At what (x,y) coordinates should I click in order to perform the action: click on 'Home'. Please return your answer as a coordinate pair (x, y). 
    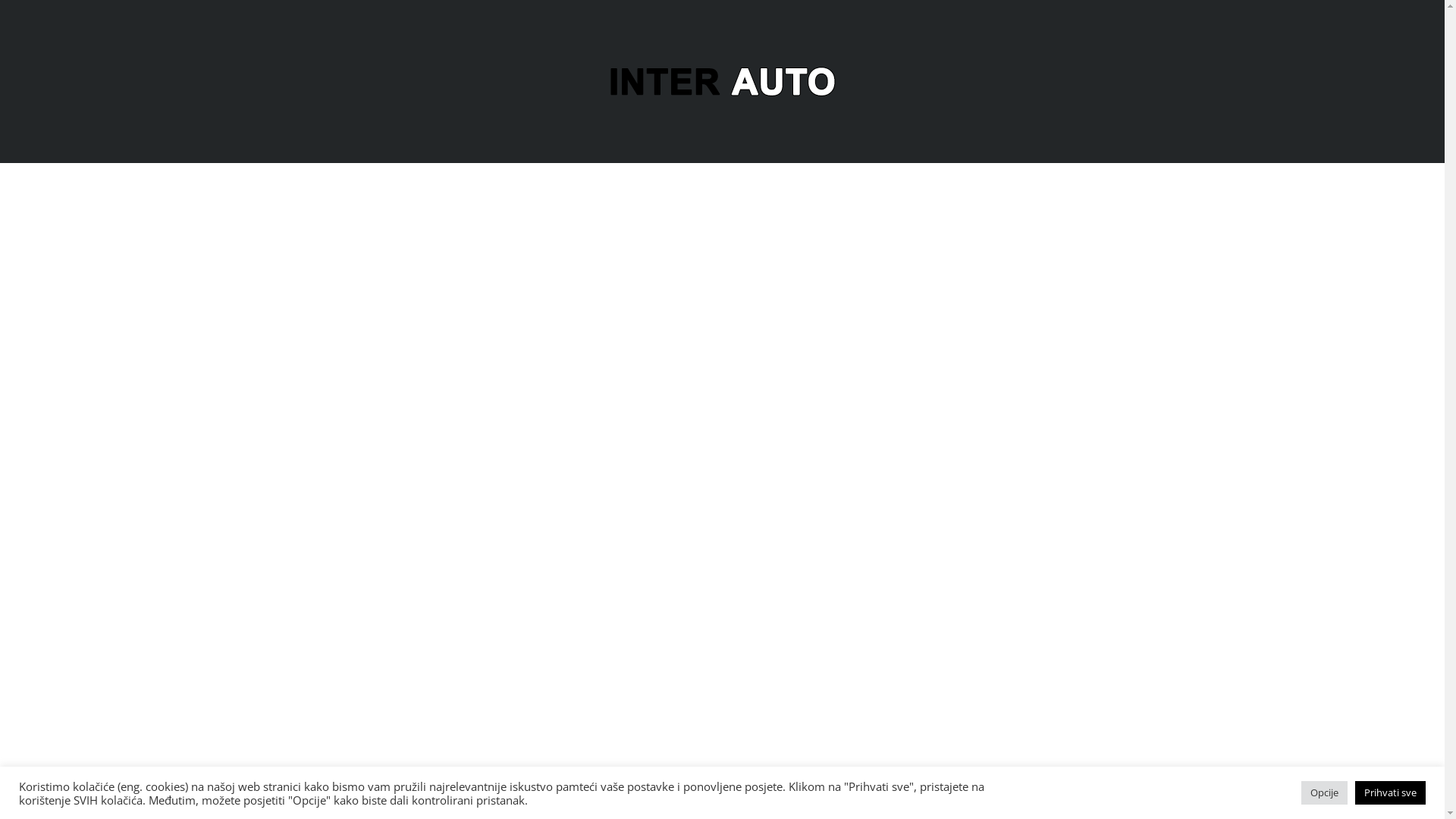
    Looking at the image, I should click on (720, 80).